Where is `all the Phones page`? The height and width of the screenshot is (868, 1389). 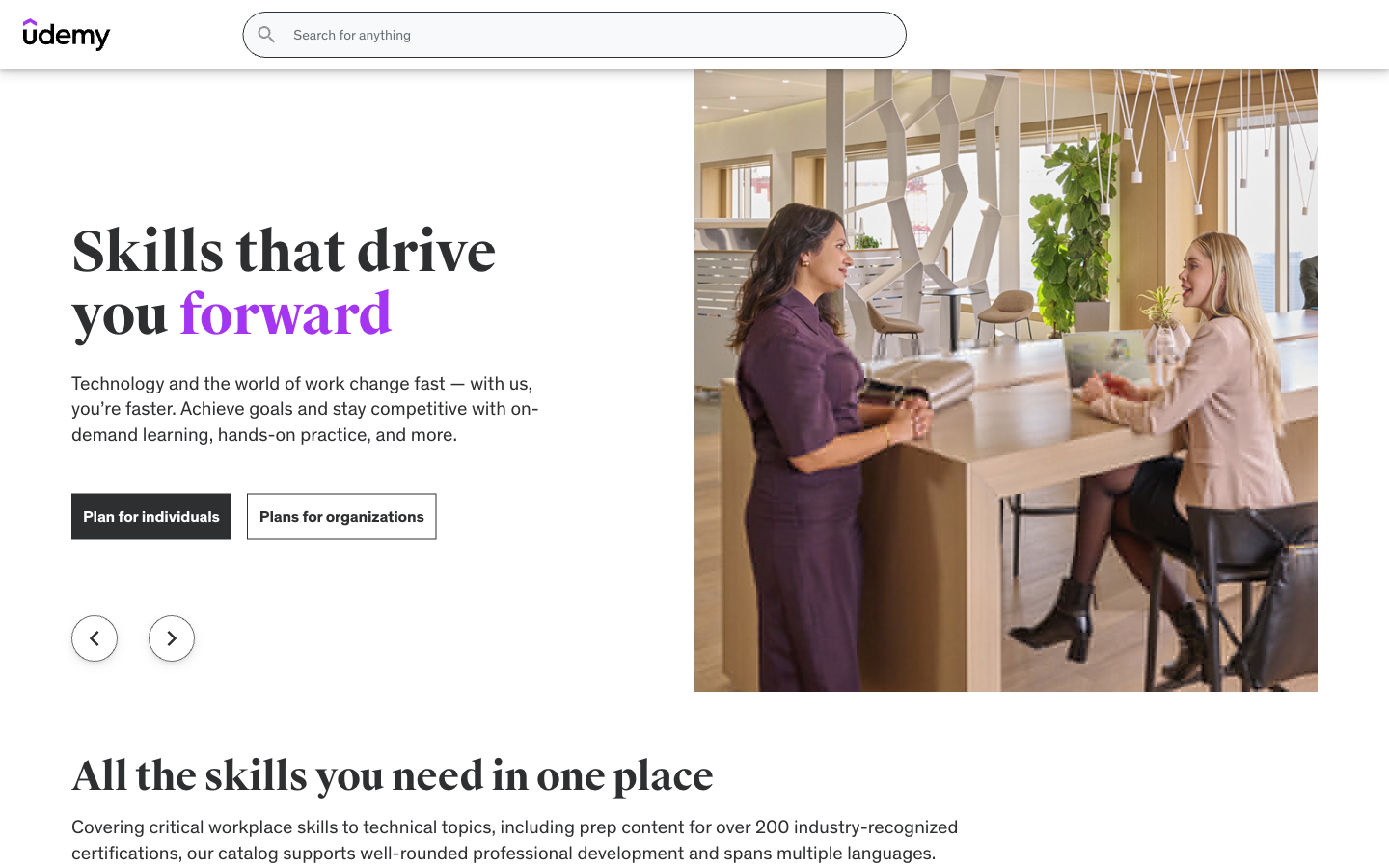 all the Phones page is located at coordinates (741, 88).